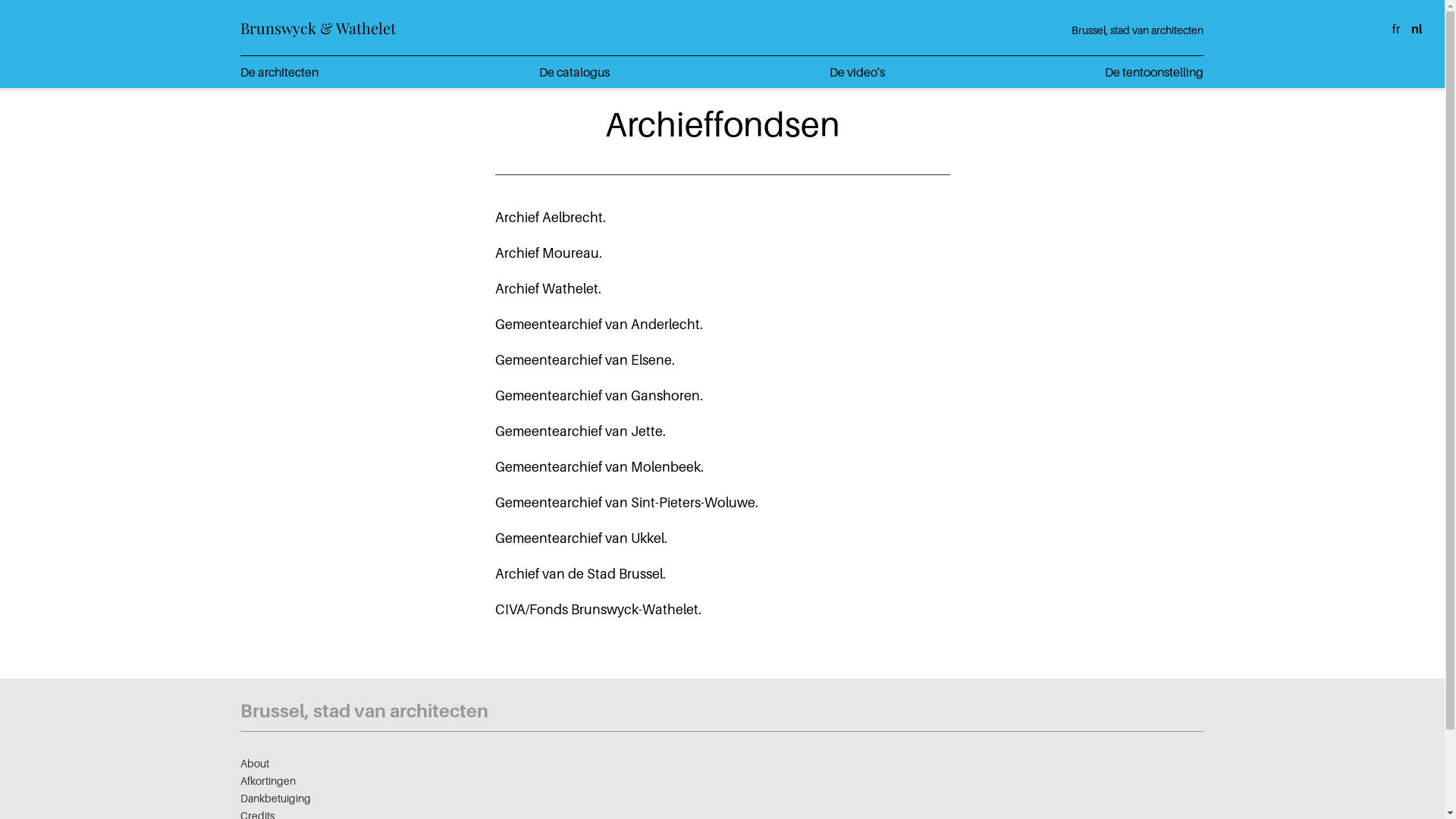 This screenshot has height=819, width=1456. Describe the element at coordinates (239, 72) in the screenshot. I see `'De architecten'` at that location.